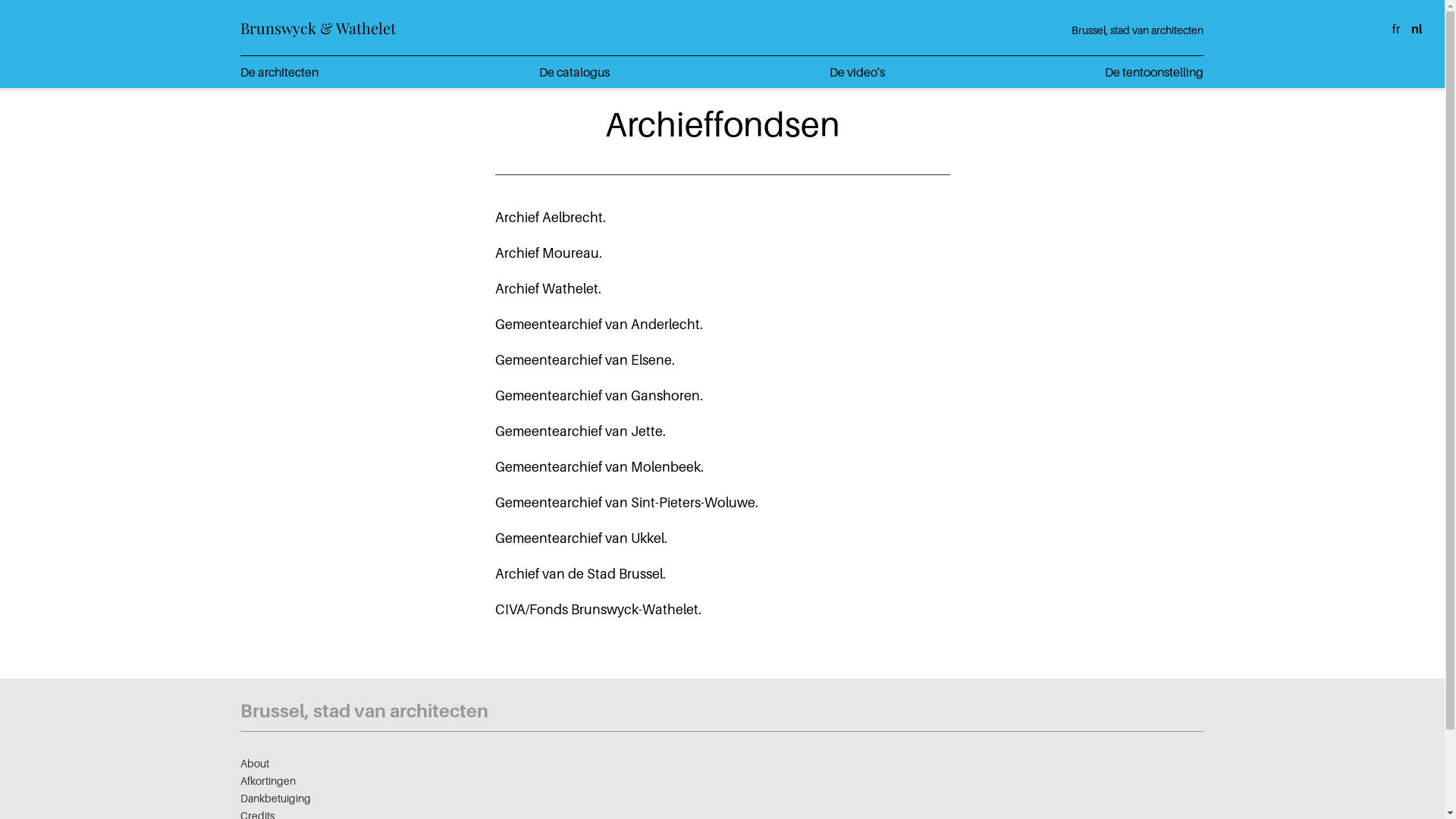 This screenshot has height=819, width=1456. Describe the element at coordinates (239, 72) in the screenshot. I see `'De architecten'` at that location.